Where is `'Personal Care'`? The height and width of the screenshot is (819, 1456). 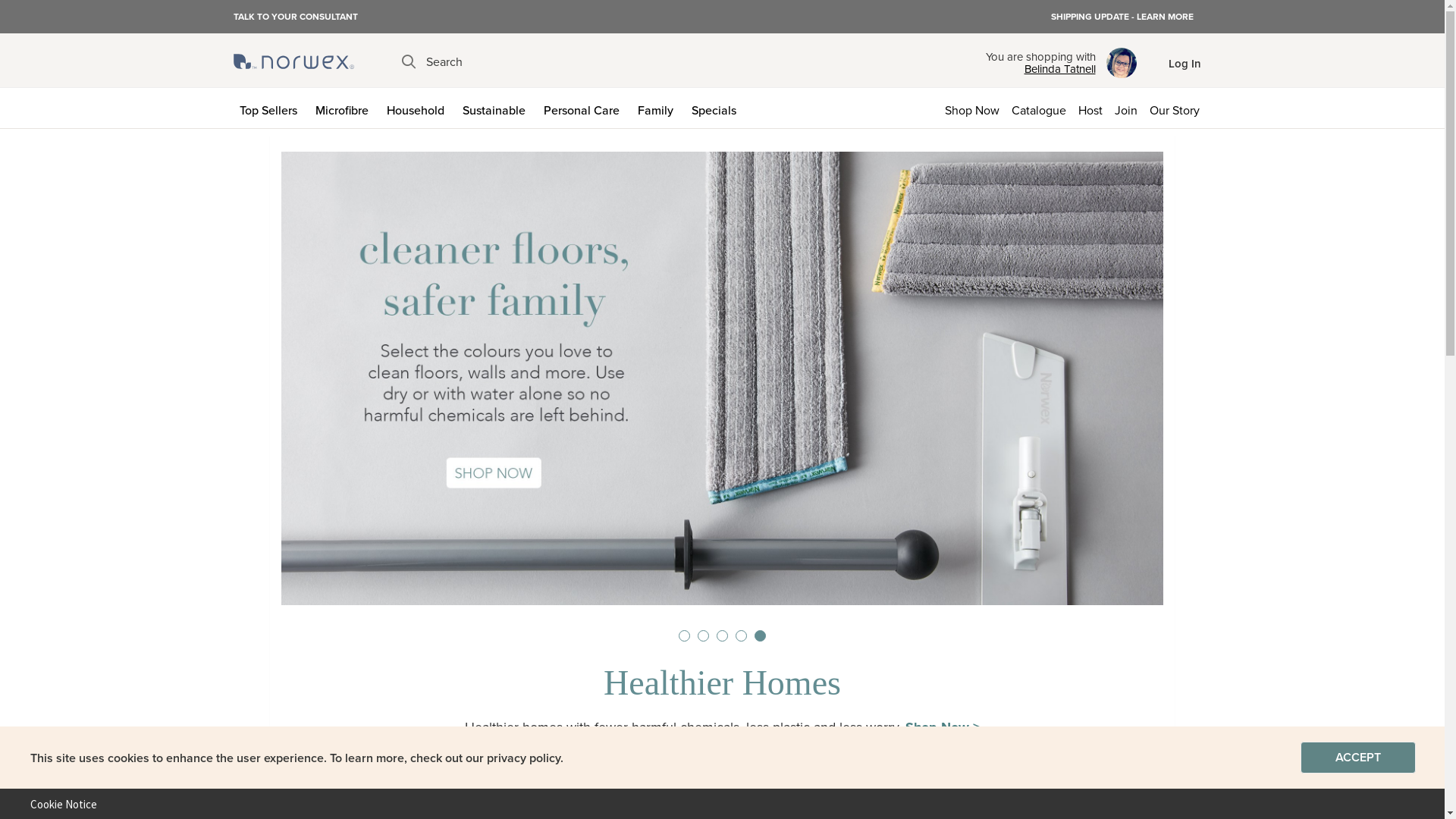 'Personal Care' is located at coordinates (582, 107).